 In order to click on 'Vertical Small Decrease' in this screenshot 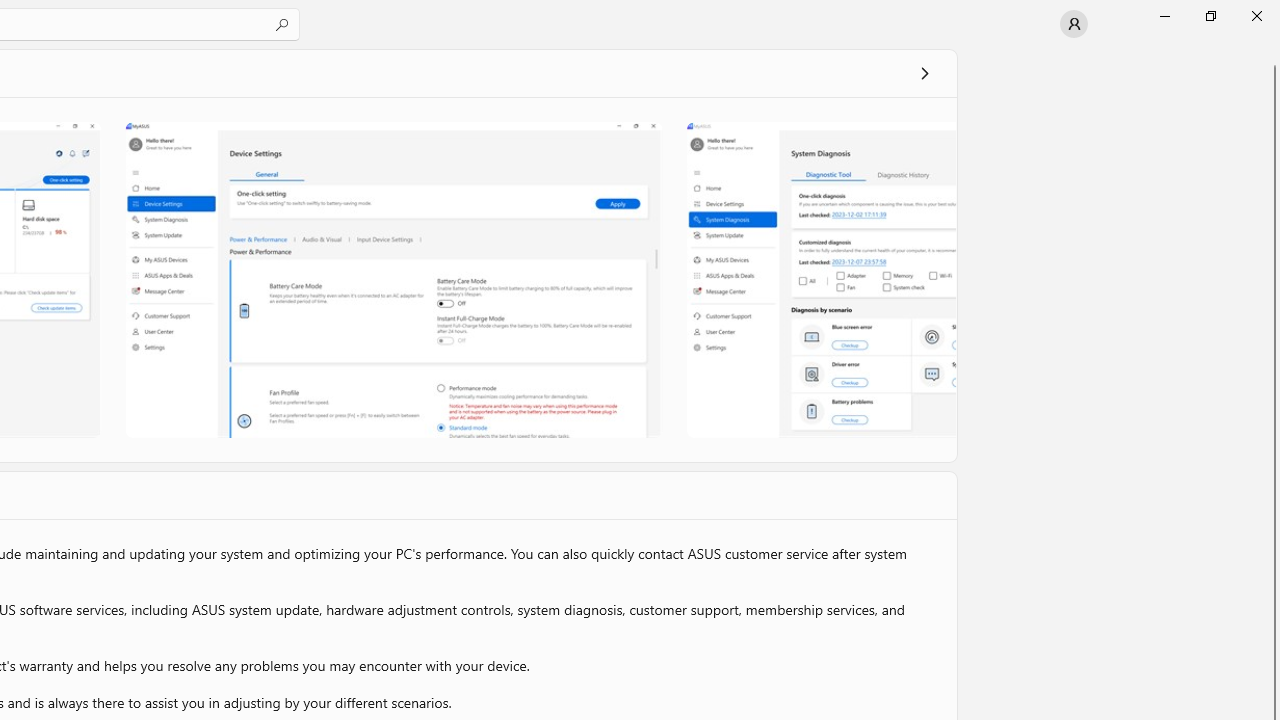, I will do `click(1271, 54)`.